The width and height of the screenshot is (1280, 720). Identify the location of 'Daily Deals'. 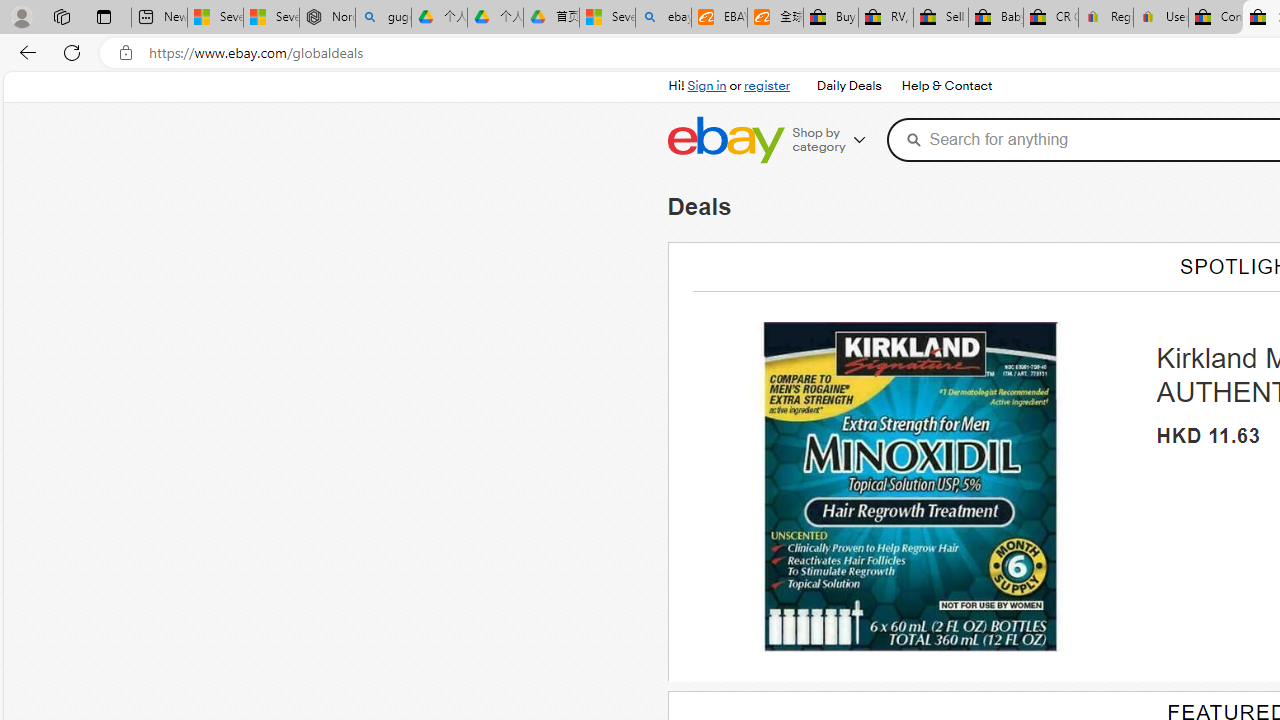
(849, 86).